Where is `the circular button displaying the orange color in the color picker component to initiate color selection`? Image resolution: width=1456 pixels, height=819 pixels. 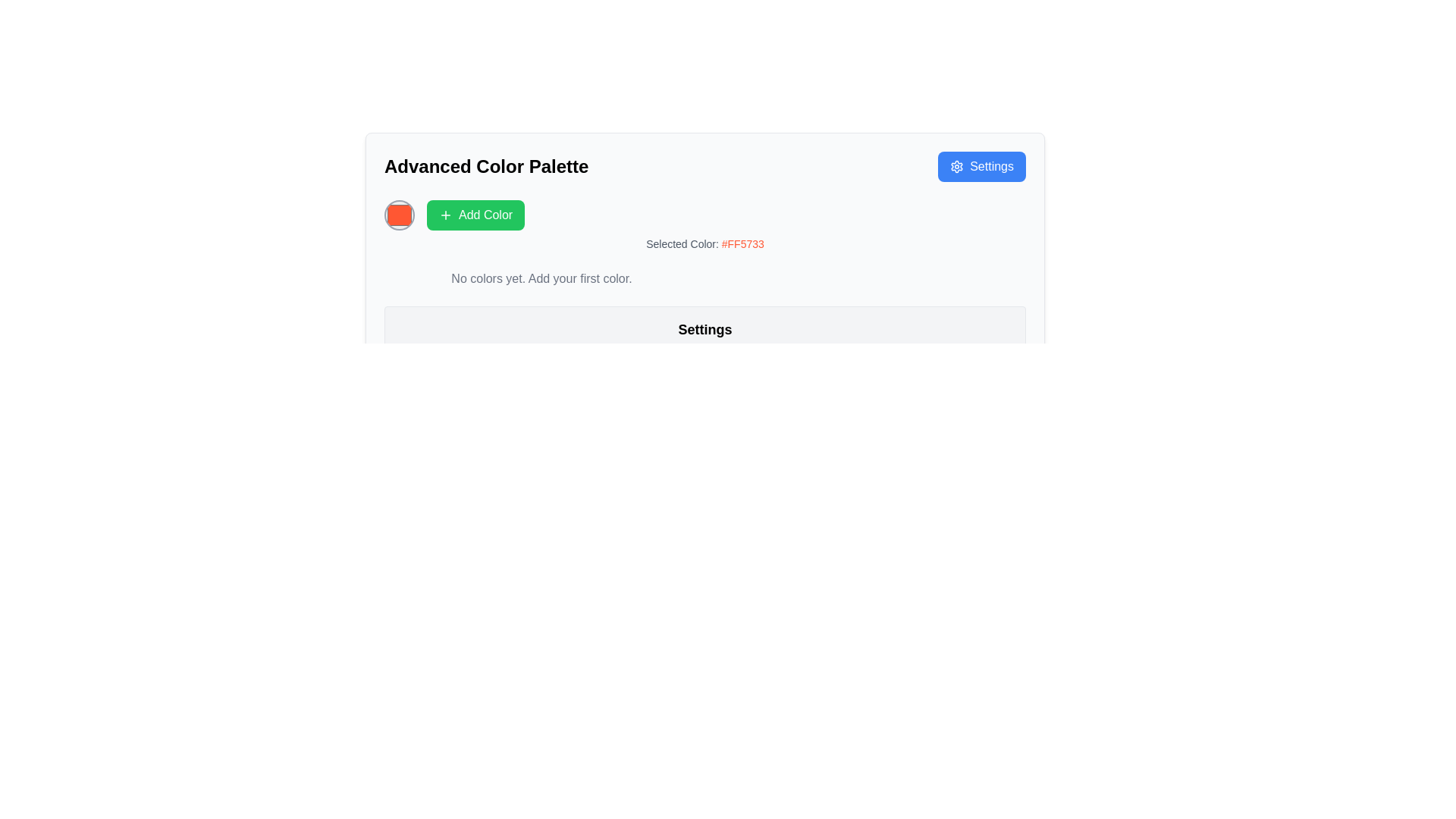 the circular button displaying the orange color in the color picker component to initiate color selection is located at coordinates (704, 215).